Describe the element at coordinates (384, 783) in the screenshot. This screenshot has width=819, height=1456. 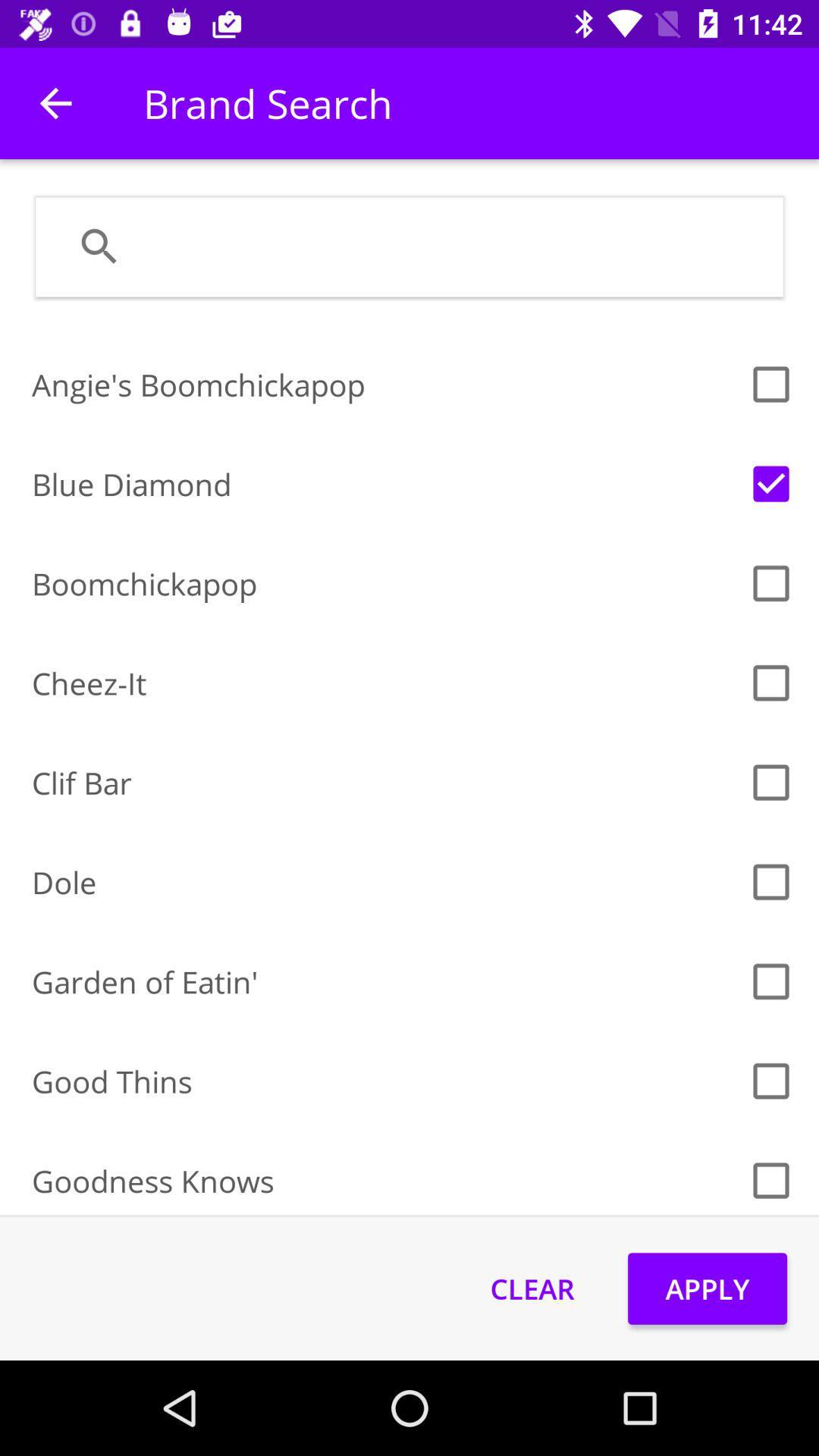
I see `the clif bar icon` at that location.